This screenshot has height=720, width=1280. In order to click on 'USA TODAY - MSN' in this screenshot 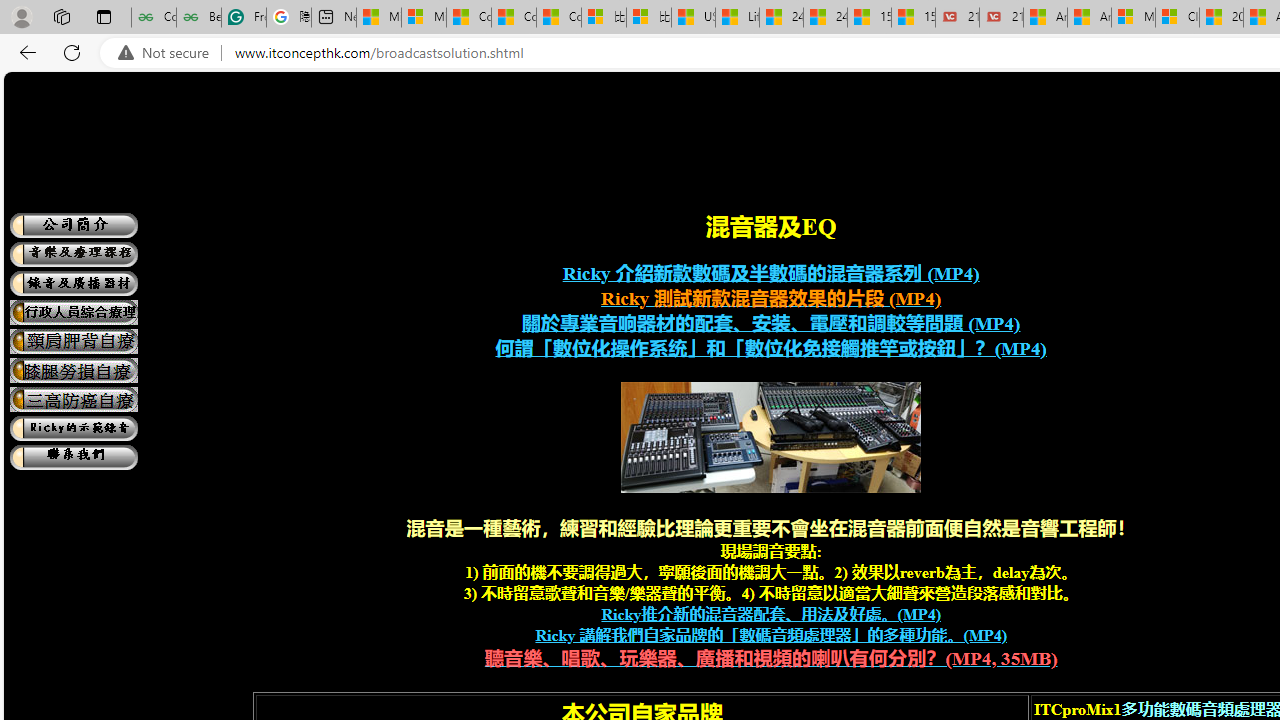, I will do `click(693, 17)`.